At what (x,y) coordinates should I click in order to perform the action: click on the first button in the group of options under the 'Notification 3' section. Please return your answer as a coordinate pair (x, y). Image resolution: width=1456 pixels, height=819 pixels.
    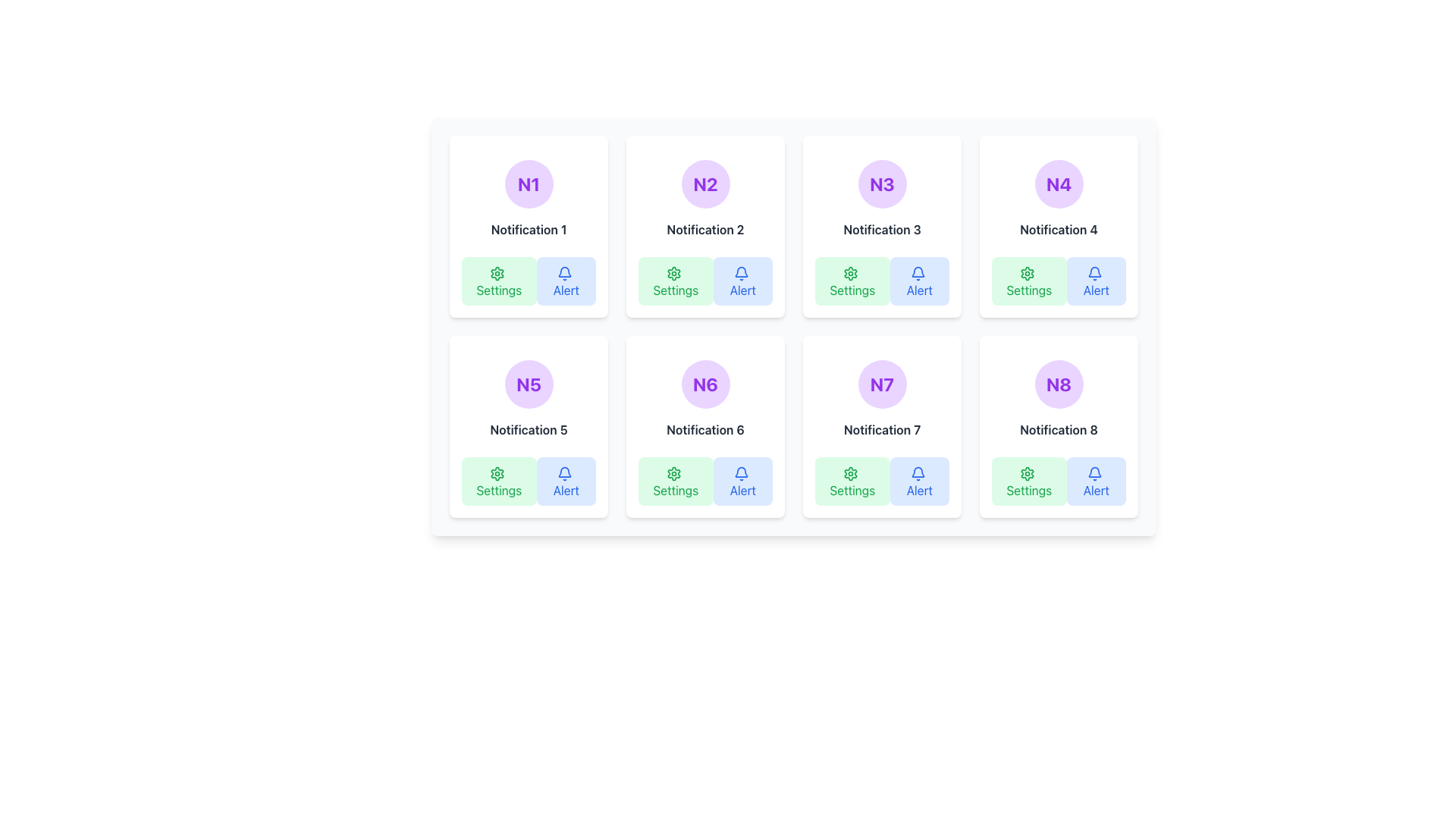
    Looking at the image, I should click on (852, 281).